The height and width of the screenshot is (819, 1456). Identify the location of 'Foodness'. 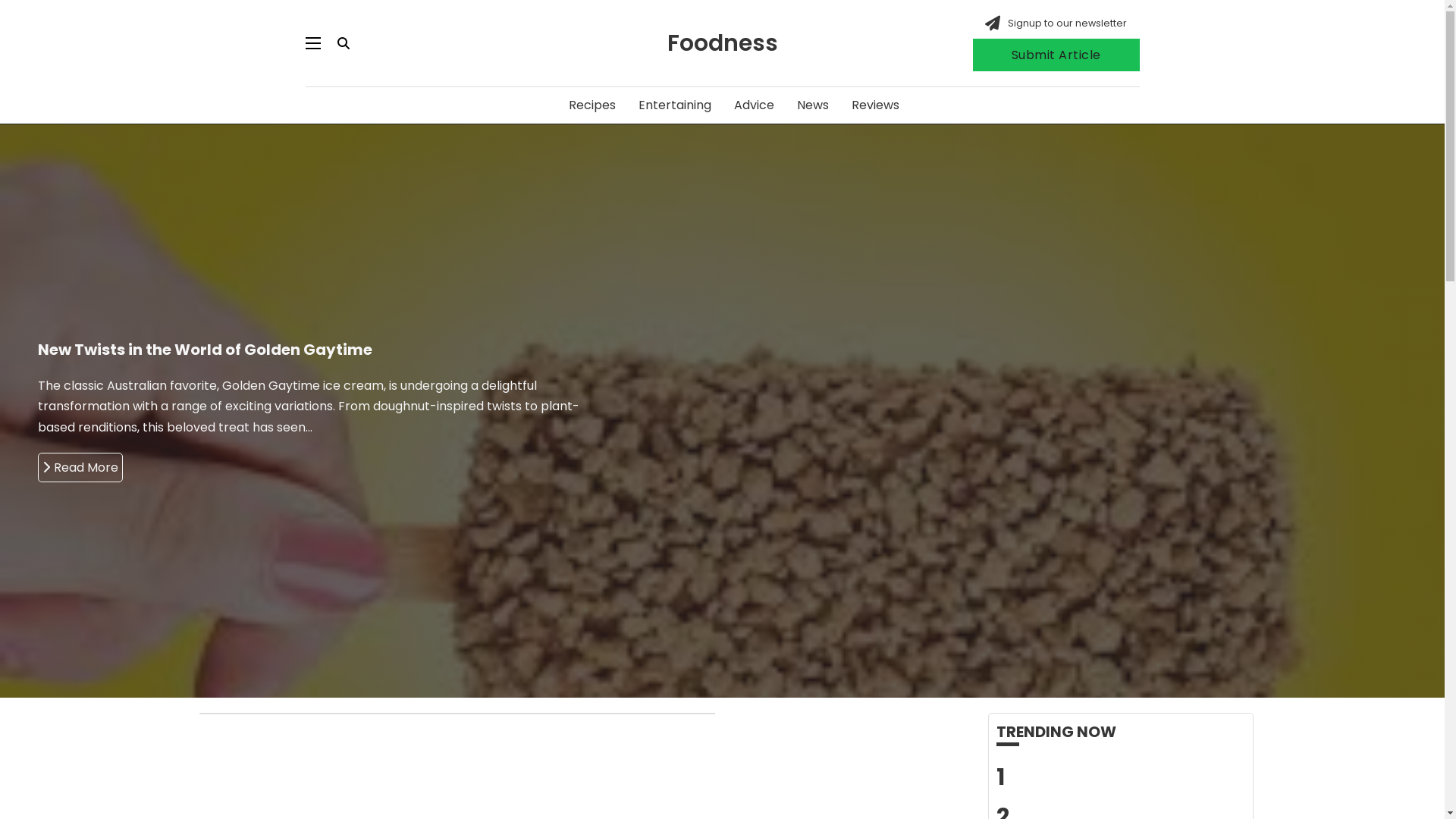
(722, 42).